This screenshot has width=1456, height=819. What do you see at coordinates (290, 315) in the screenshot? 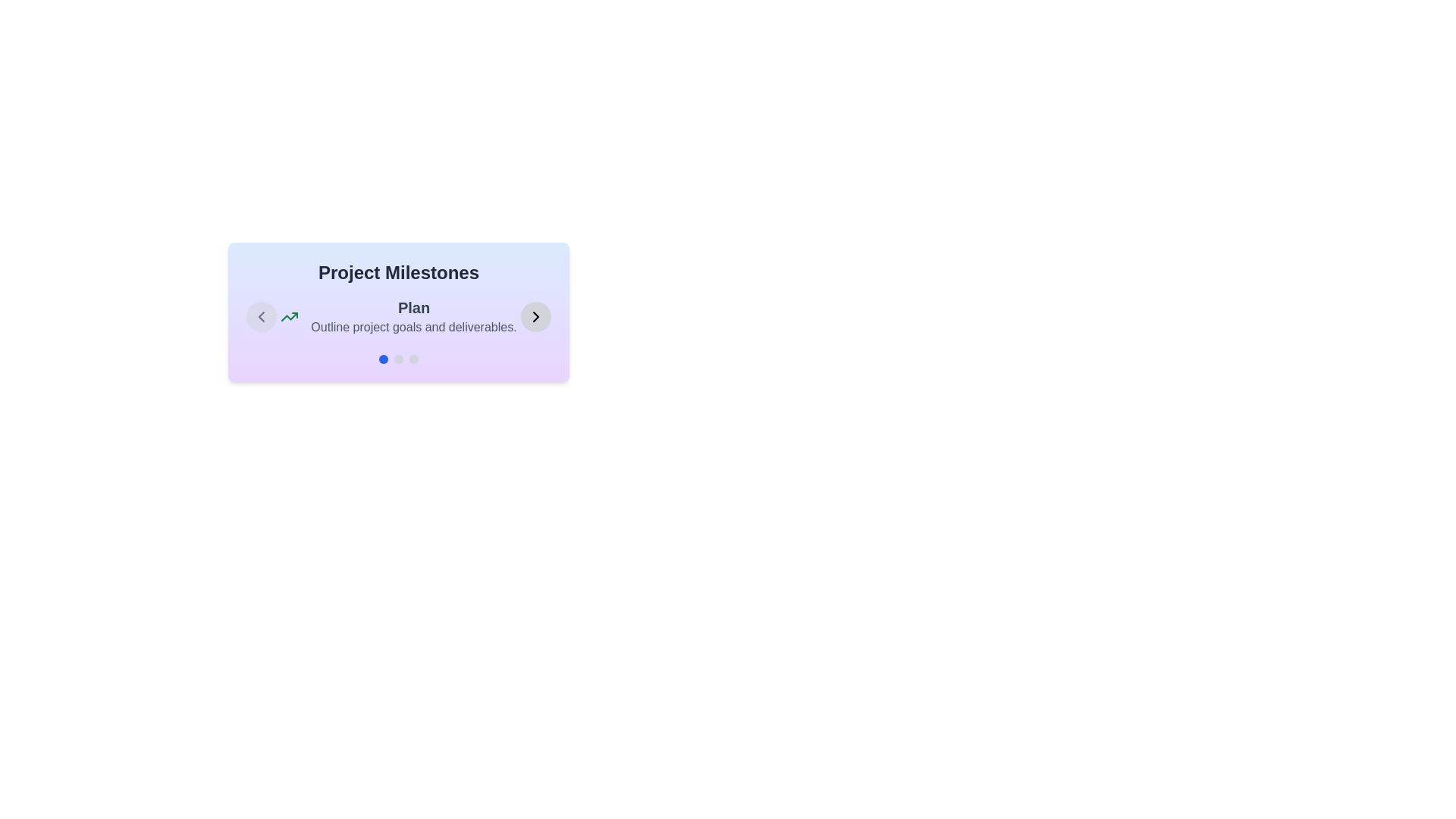
I see `the milestone's associated icon` at bounding box center [290, 315].